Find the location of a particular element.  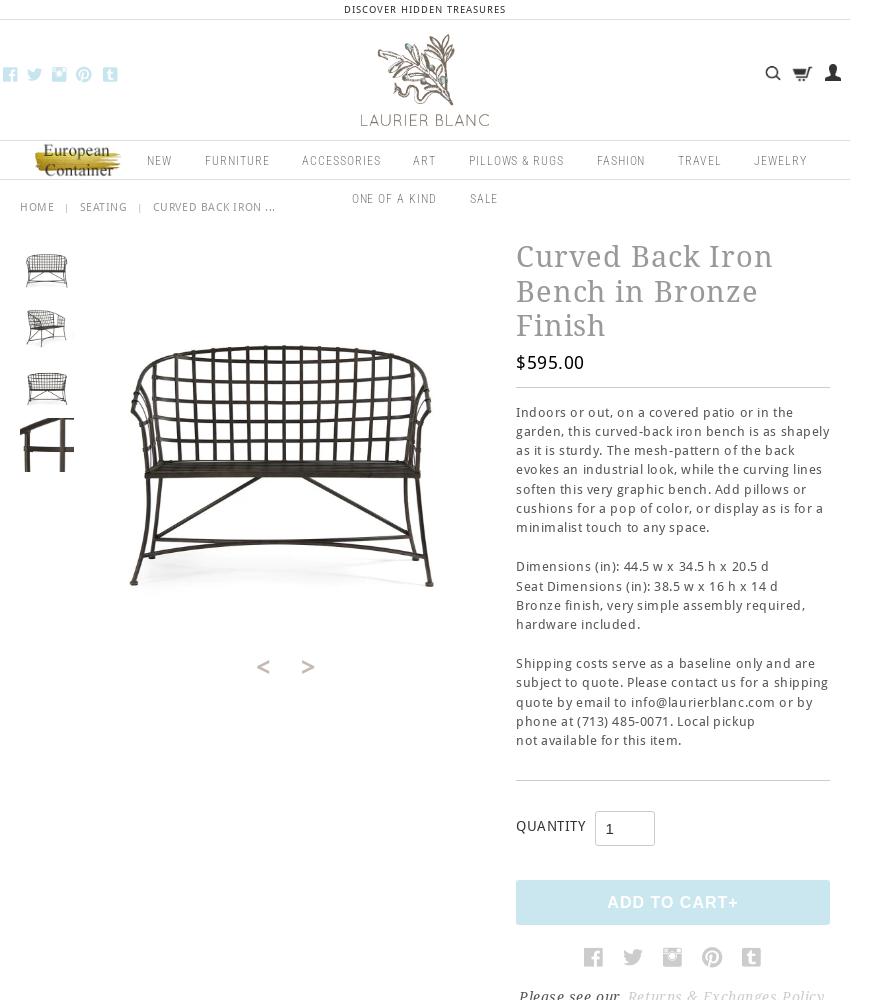

'>' is located at coordinates (307, 666).